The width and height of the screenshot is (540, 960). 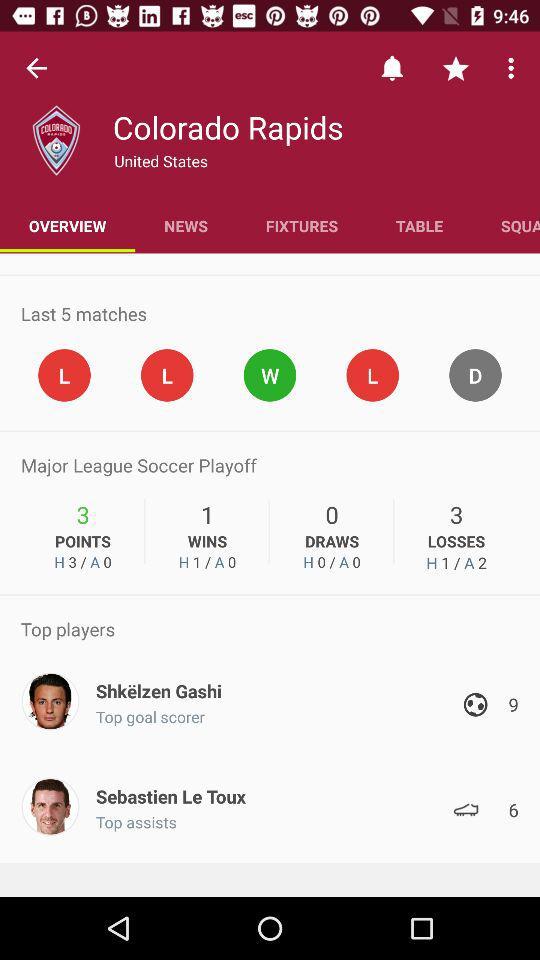 I want to click on the first circle with letter l inside it shown below last 5 matches, so click(x=64, y=374).